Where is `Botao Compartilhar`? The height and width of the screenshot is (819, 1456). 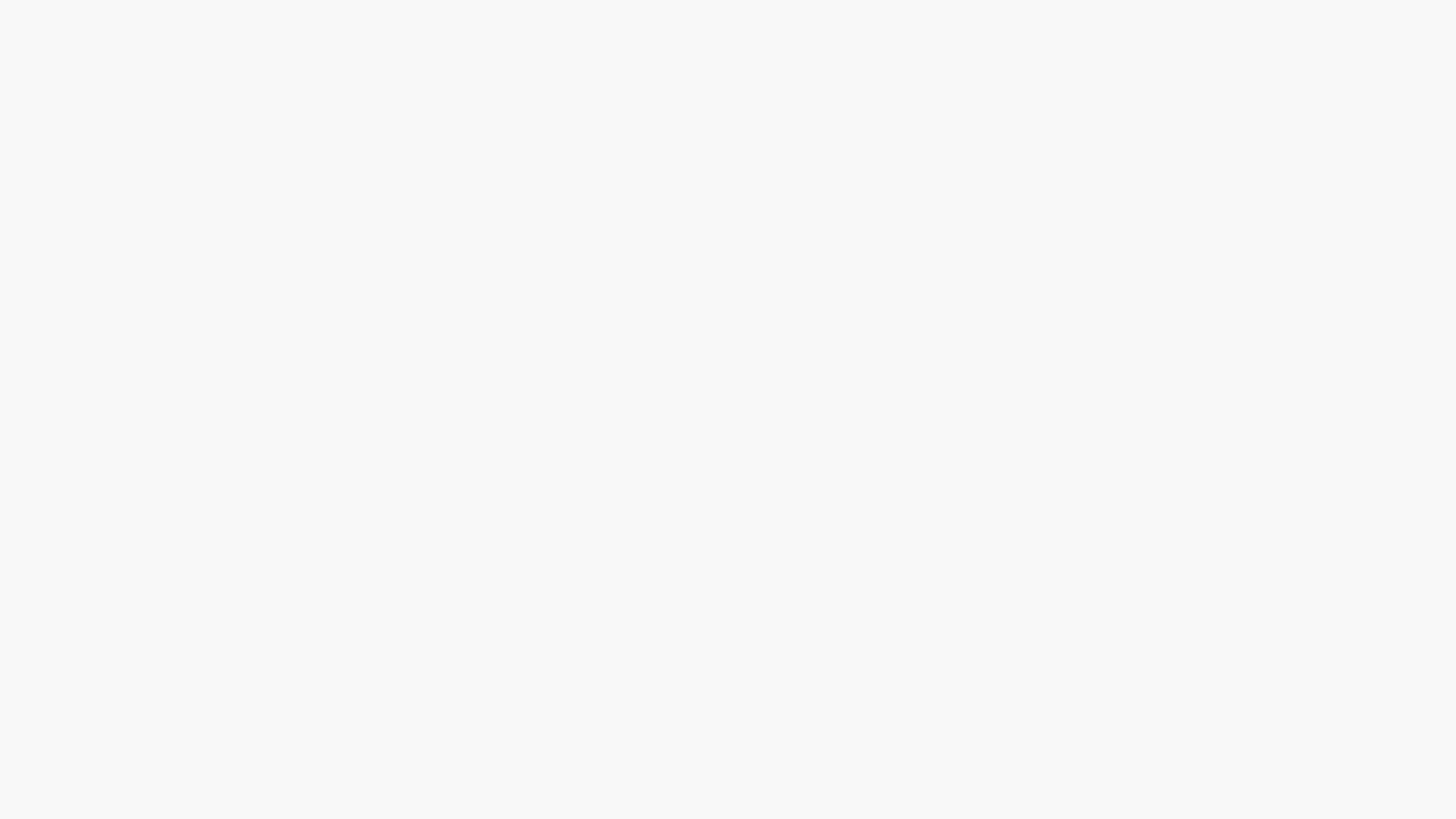 Botao Compartilhar is located at coordinates (930, 429).